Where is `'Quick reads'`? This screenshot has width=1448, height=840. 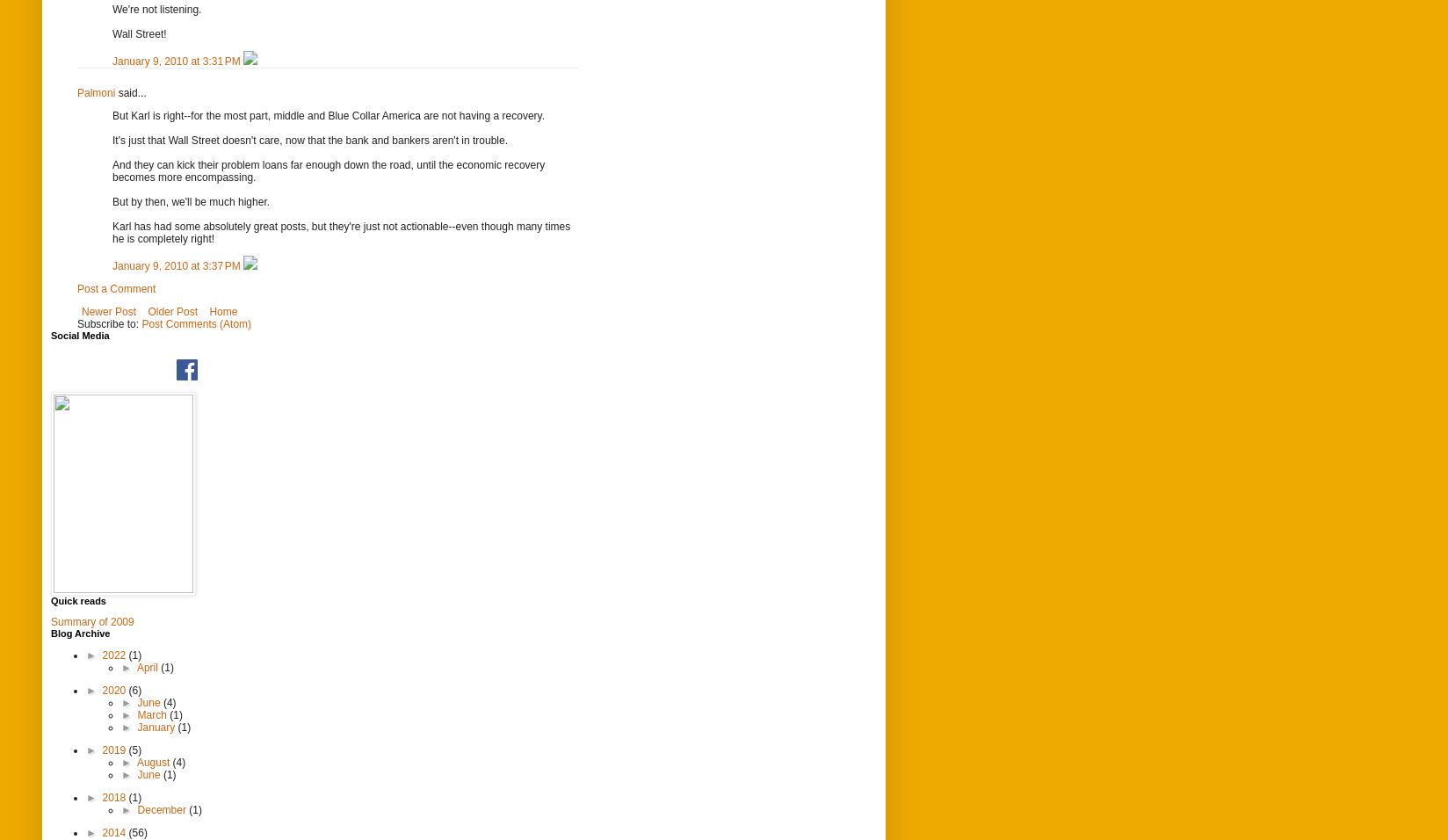 'Quick reads' is located at coordinates (77, 599).